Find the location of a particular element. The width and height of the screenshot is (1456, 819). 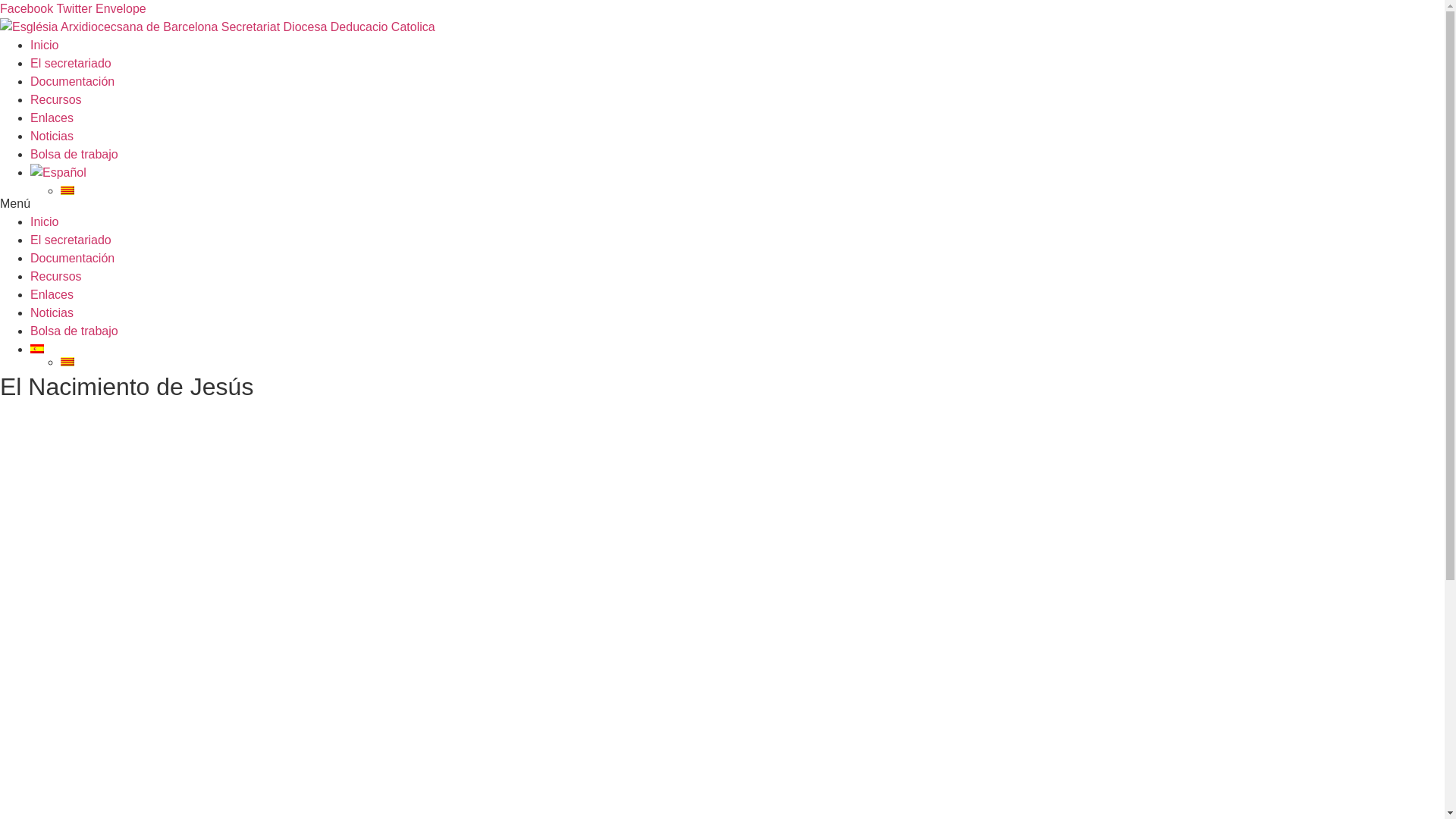

'Inicio' is located at coordinates (44, 44).